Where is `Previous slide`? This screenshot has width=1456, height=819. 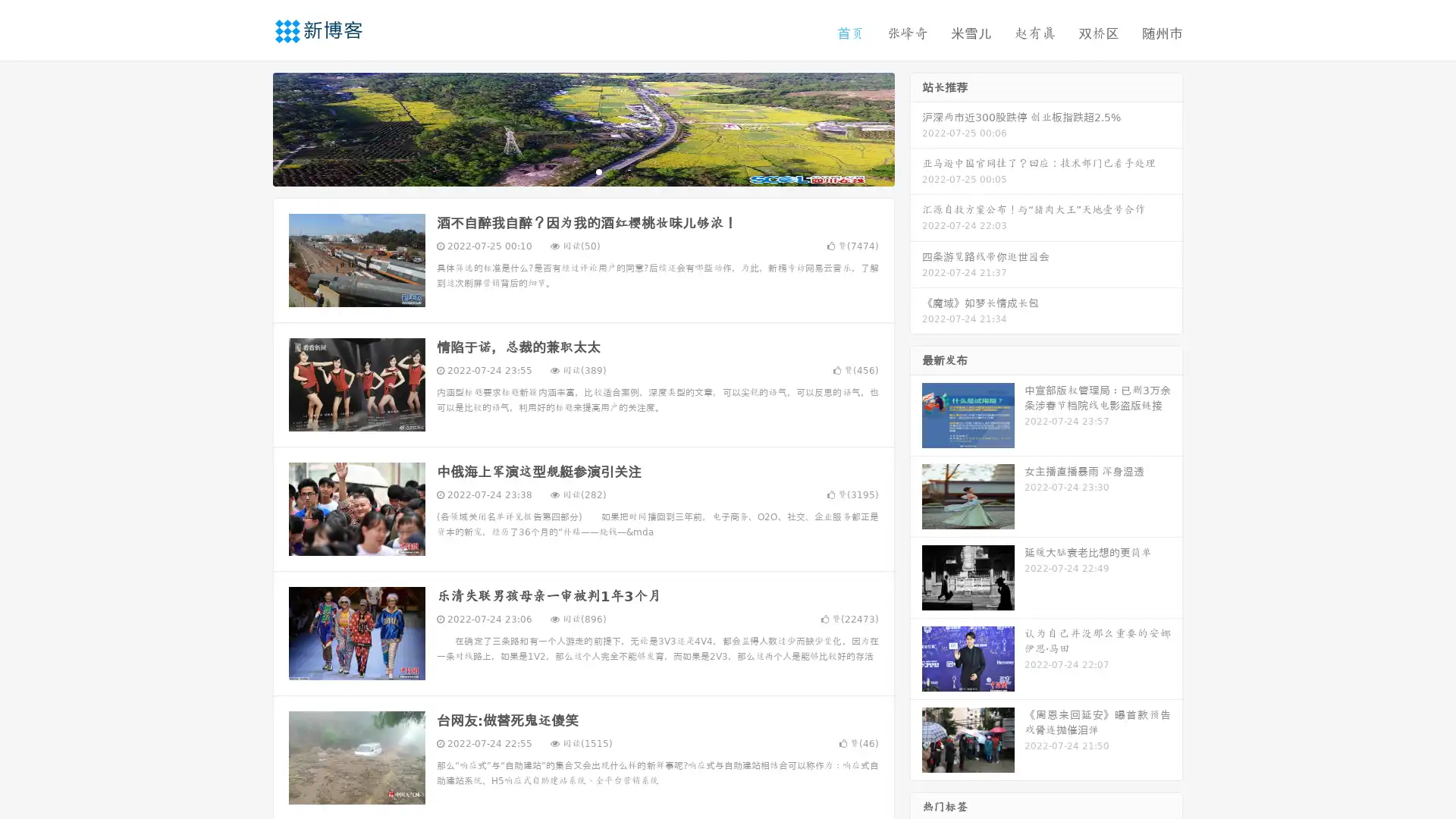 Previous slide is located at coordinates (250, 127).